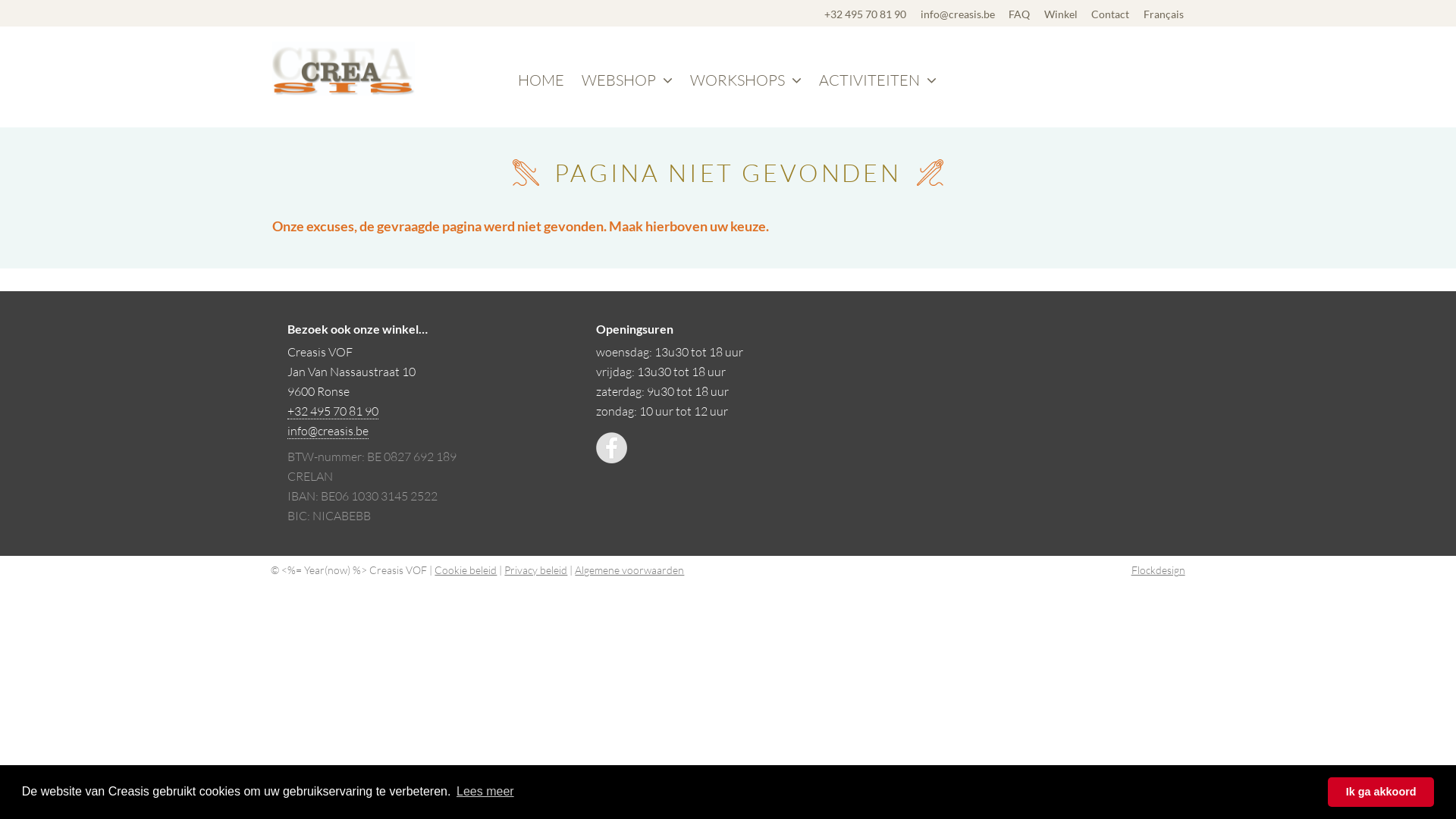  I want to click on 'Winkel', so click(1043, 14).